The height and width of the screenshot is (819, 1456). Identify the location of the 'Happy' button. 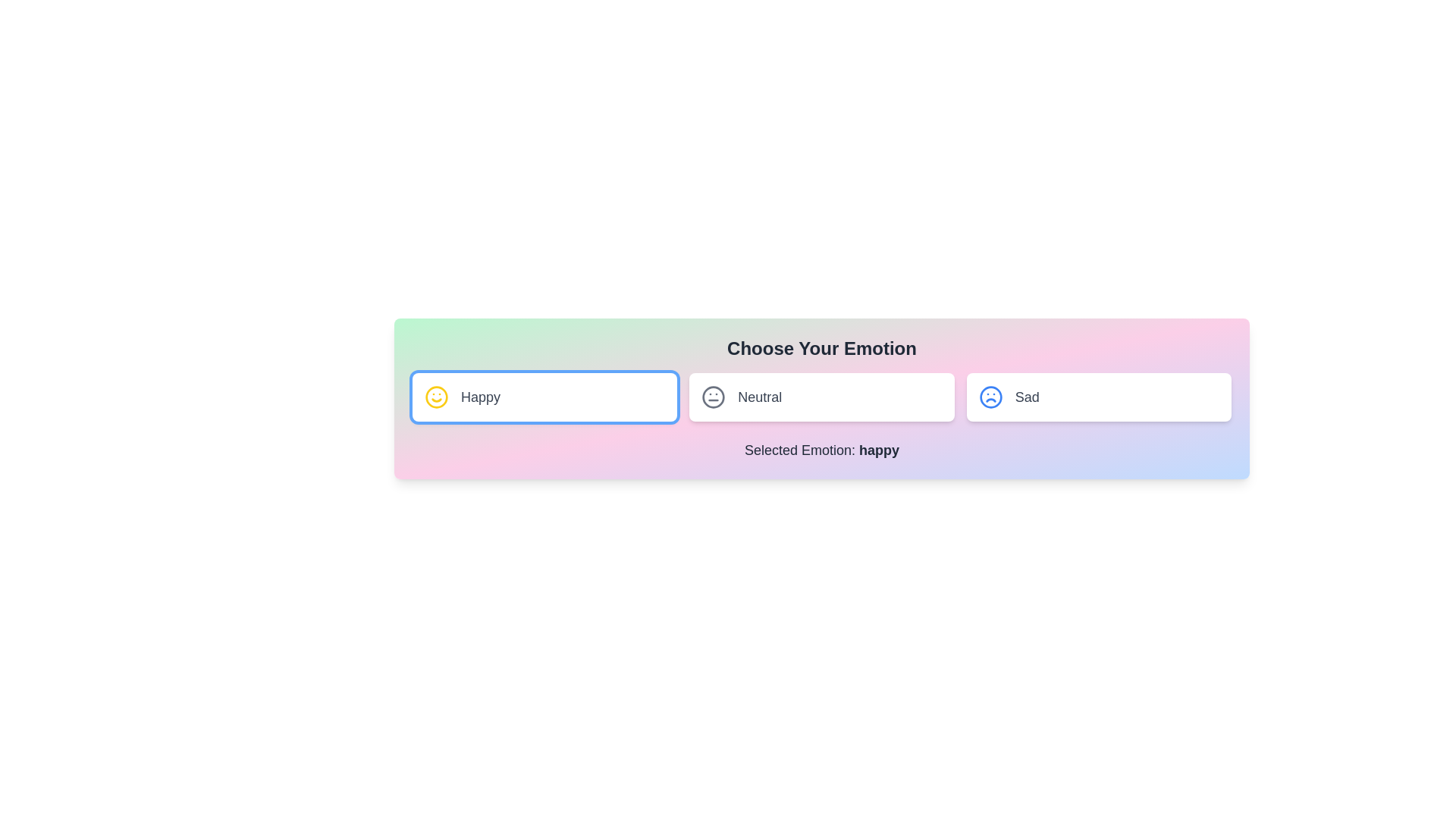
(544, 397).